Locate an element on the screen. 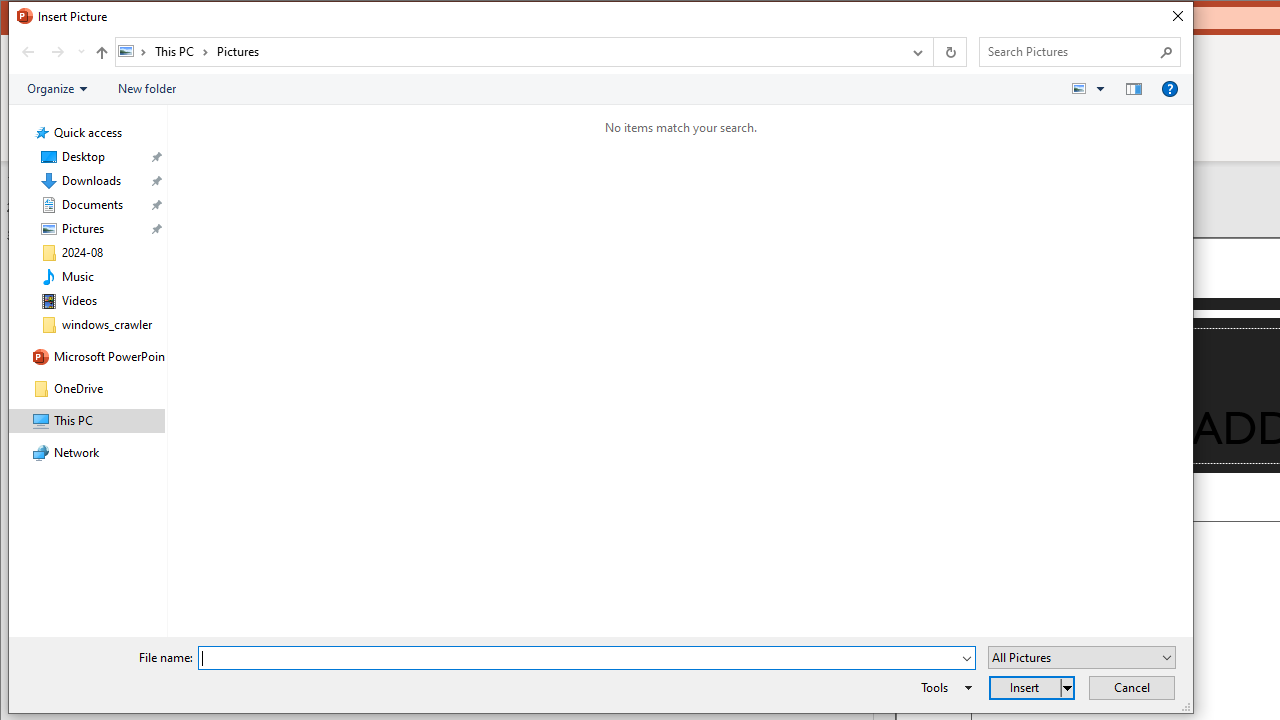 This screenshot has width=1280, height=720. 'Tools' is located at coordinates (942, 686).